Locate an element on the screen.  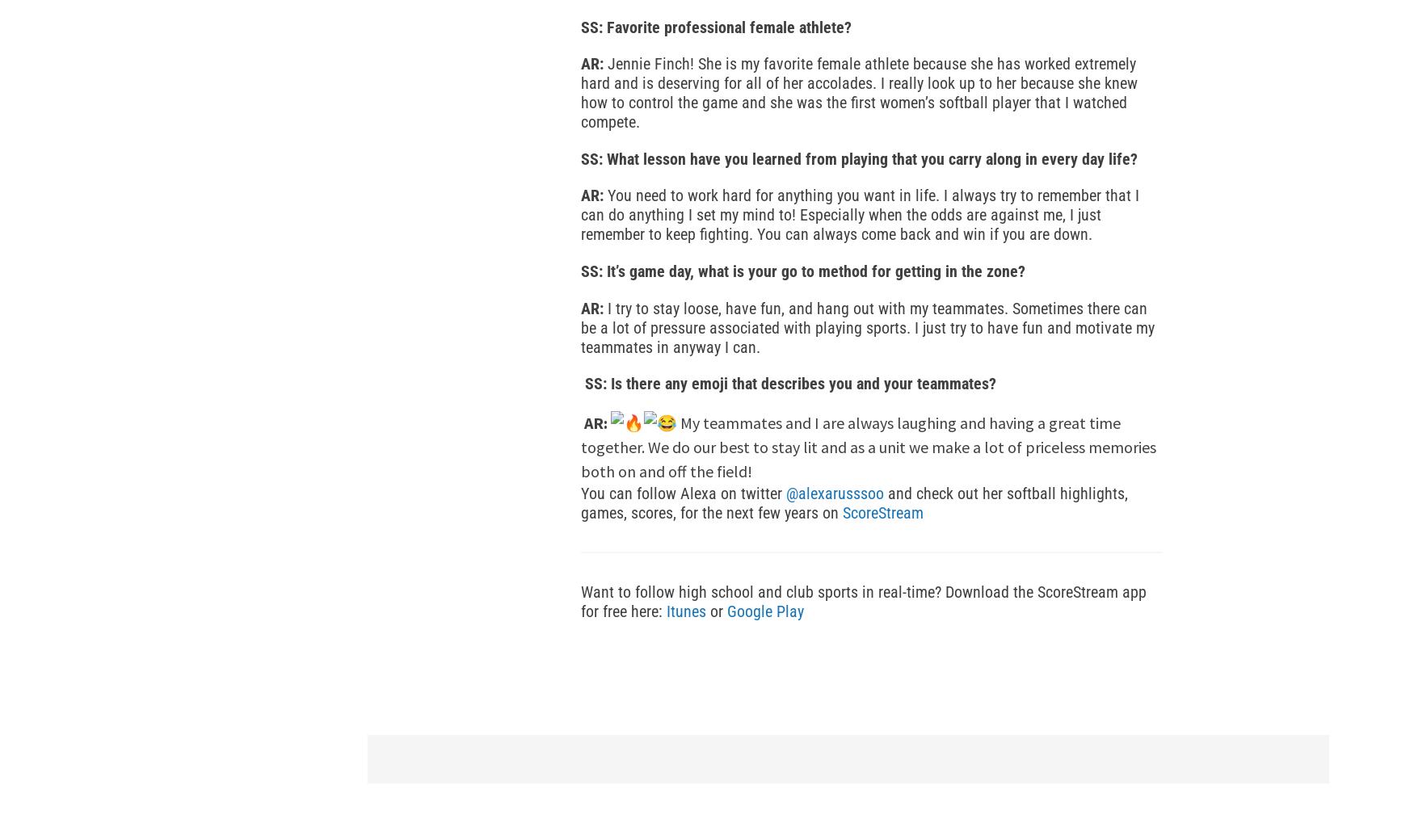
'Itunes' is located at coordinates (686, 610).